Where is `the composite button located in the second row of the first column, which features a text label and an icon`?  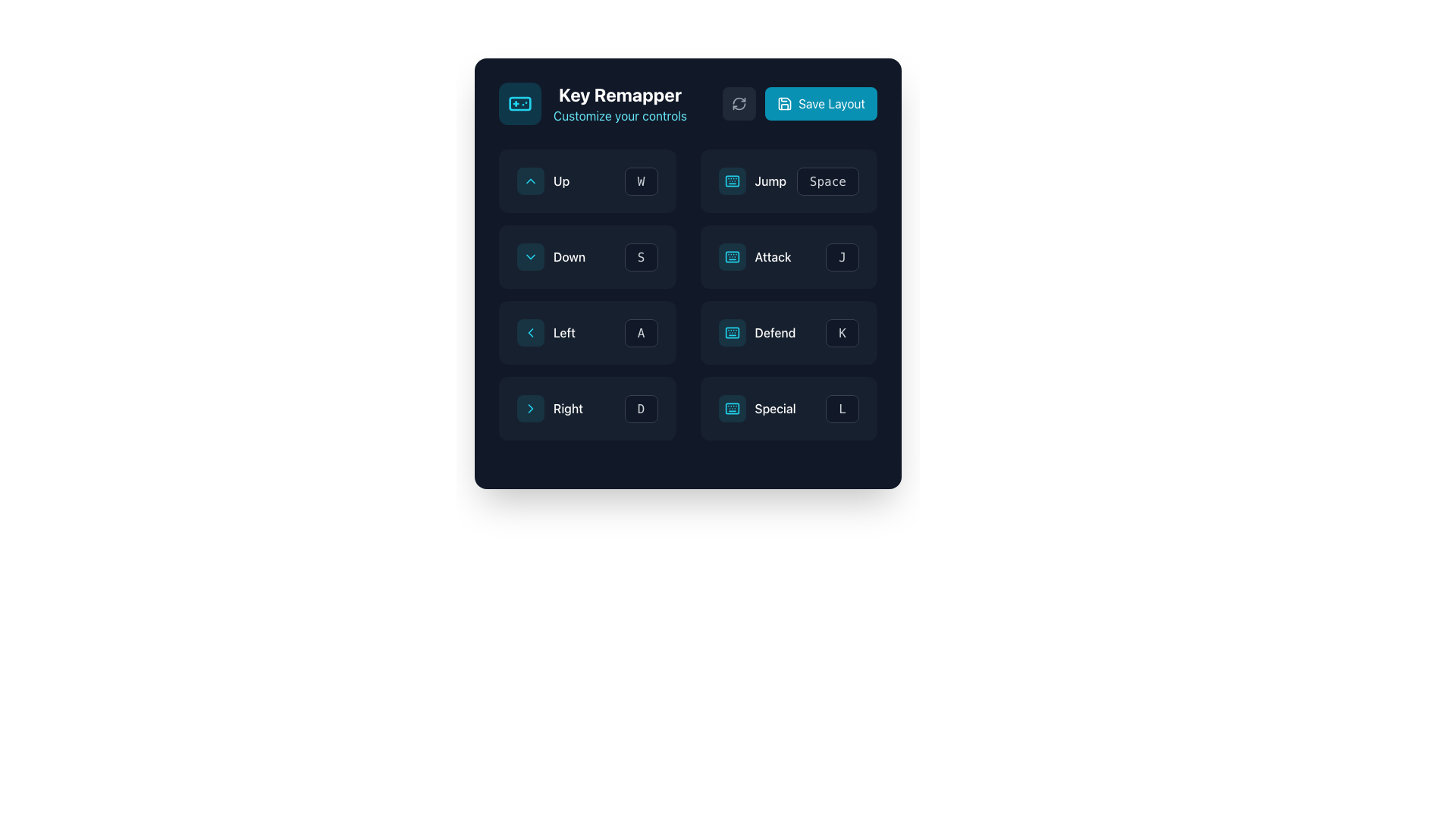
the composite button located in the second row of the first column, which features a text label and an icon is located at coordinates (551, 256).